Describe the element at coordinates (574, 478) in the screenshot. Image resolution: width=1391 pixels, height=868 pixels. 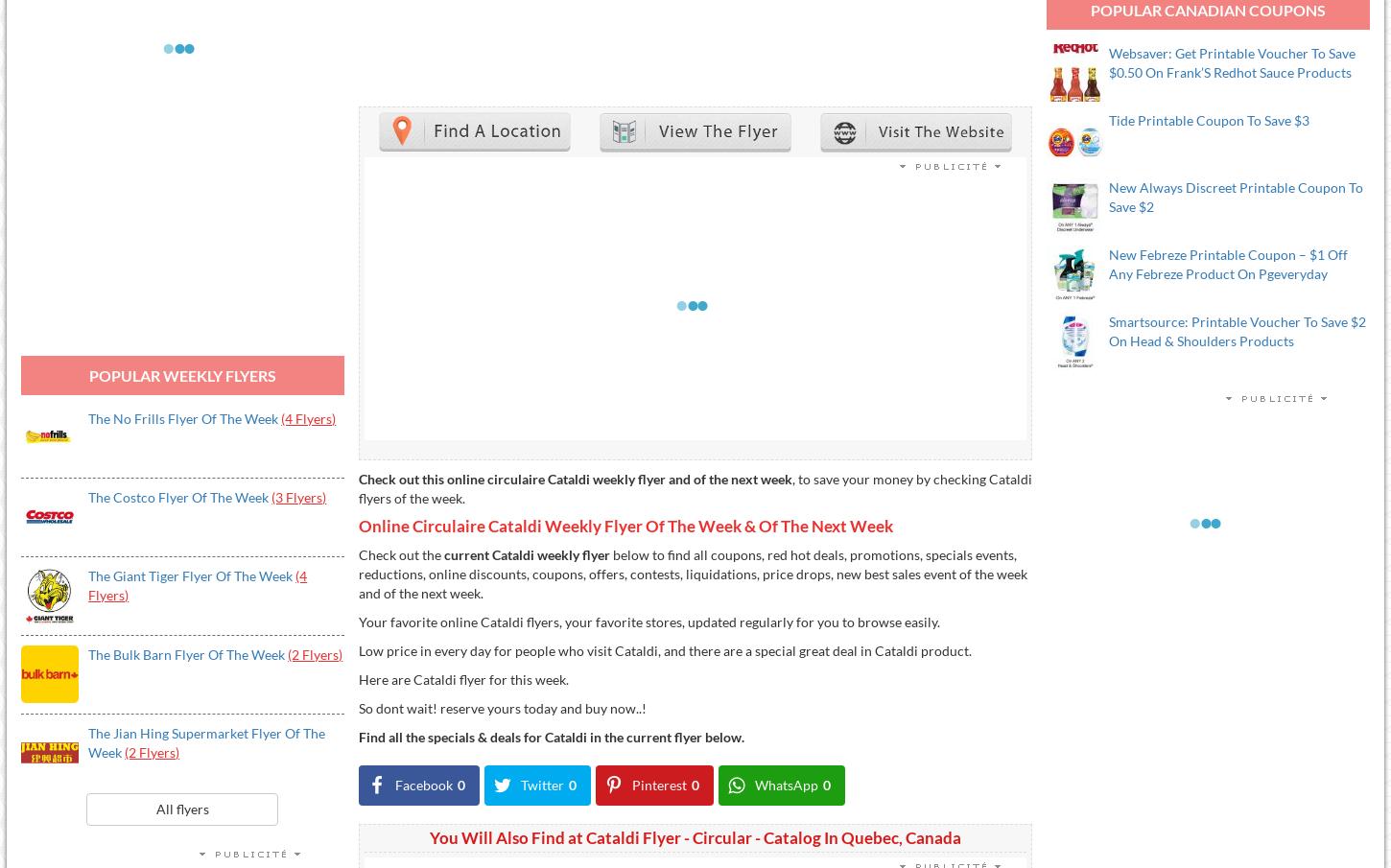
I see `'Check out this online circulaire Cataldi weekly flyer and of the next week'` at that location.